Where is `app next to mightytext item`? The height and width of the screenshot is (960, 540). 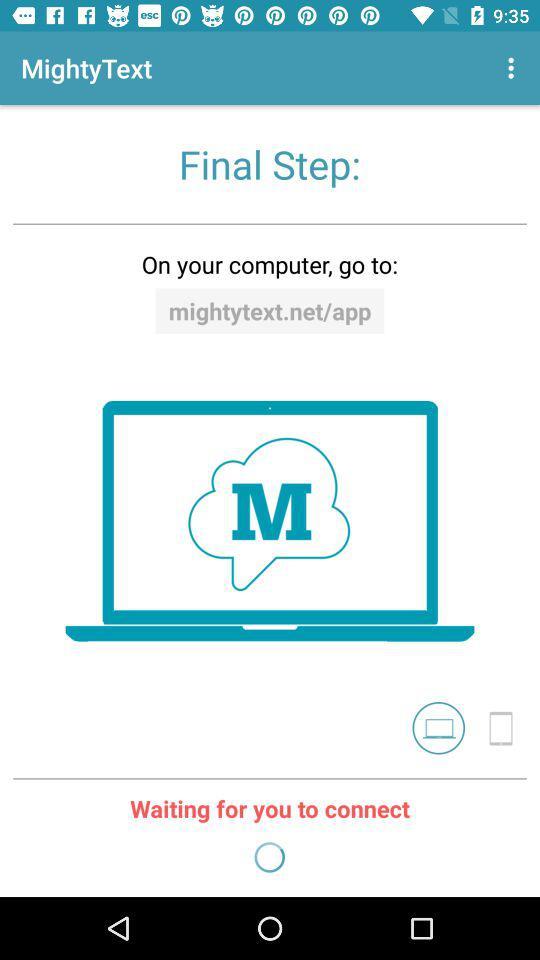
app next to mightytext item is located at coordinates (513, 68).